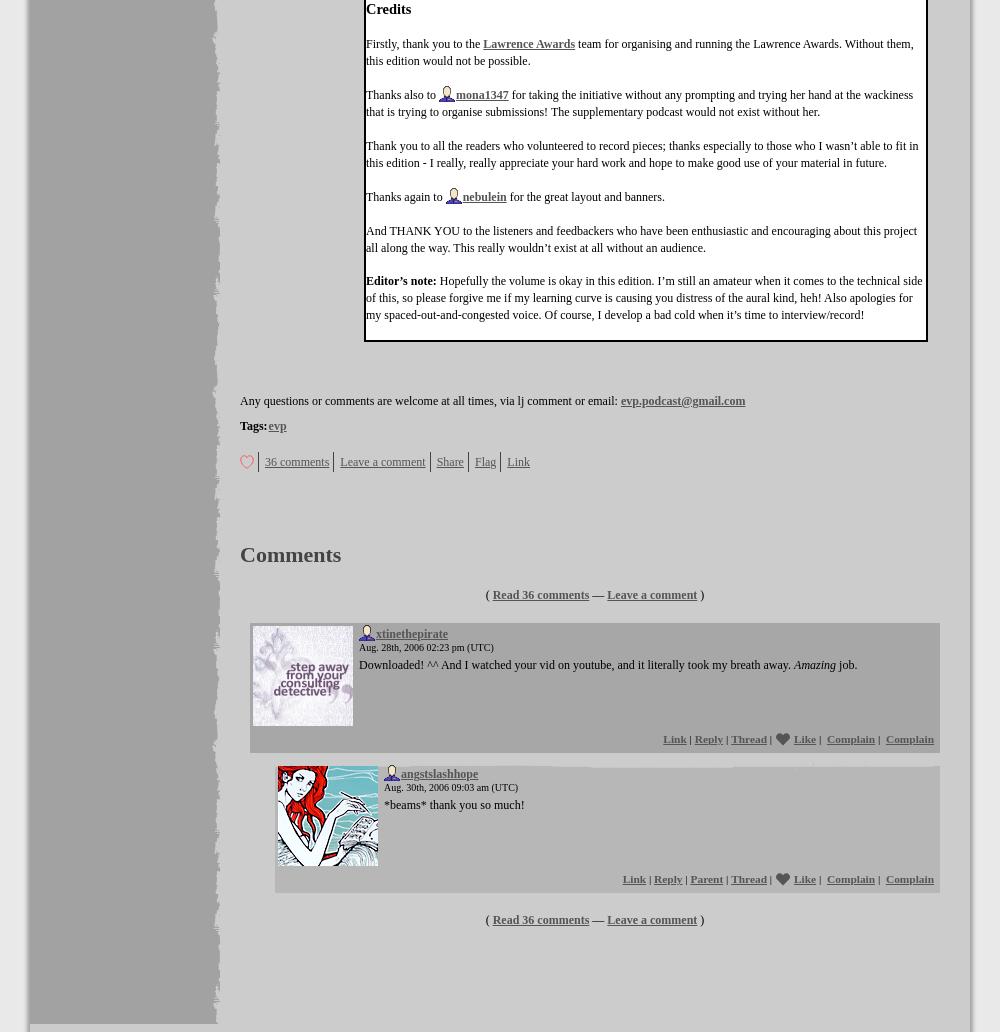  I want to click on 'xtinethepirate', so click(411, 633).